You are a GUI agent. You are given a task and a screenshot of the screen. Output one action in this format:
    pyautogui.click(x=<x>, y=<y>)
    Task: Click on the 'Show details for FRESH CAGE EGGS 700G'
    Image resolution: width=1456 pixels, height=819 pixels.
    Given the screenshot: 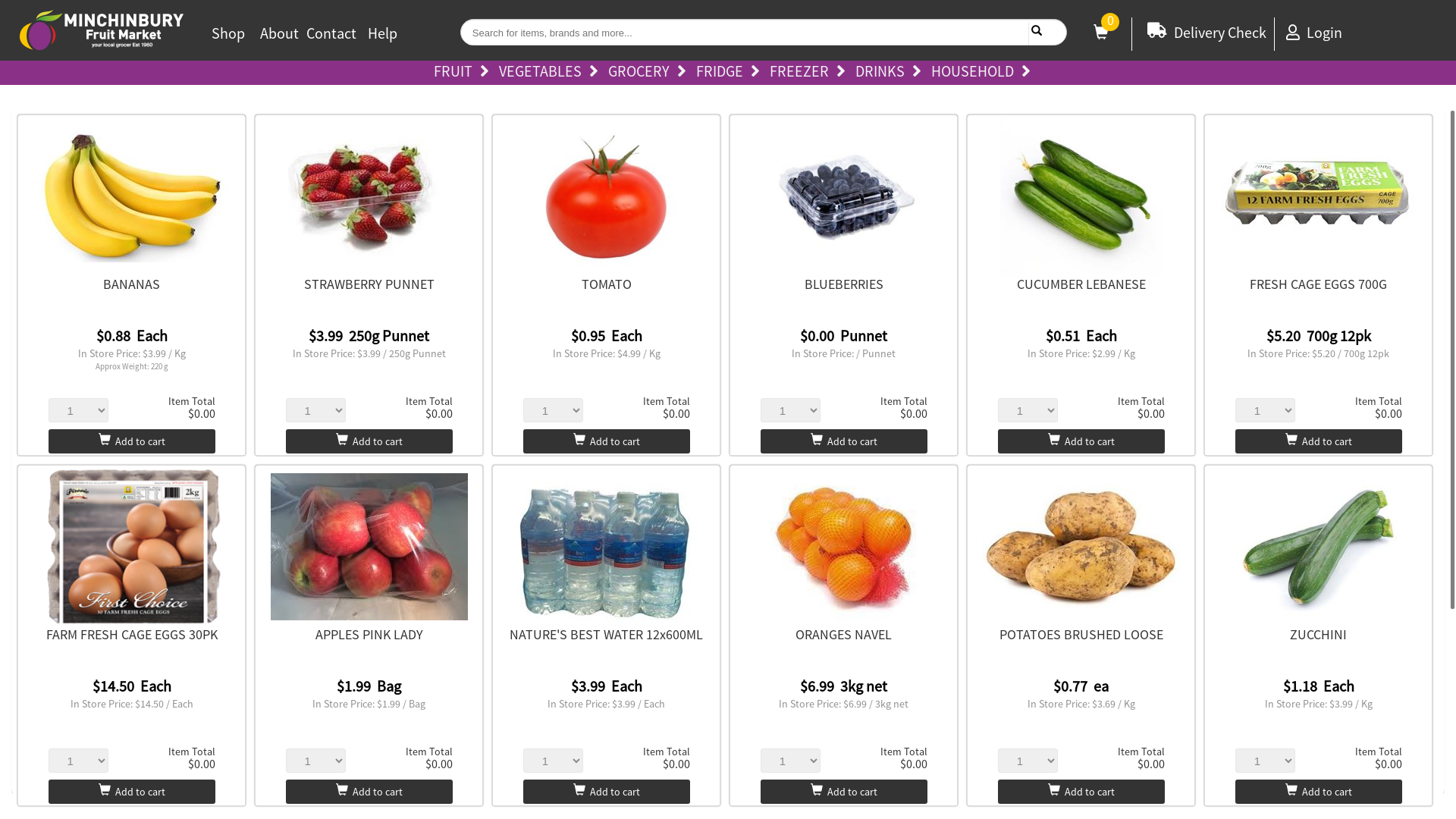 What is the action you would take?
    pyautogui.click(x=1219, y=195)
    